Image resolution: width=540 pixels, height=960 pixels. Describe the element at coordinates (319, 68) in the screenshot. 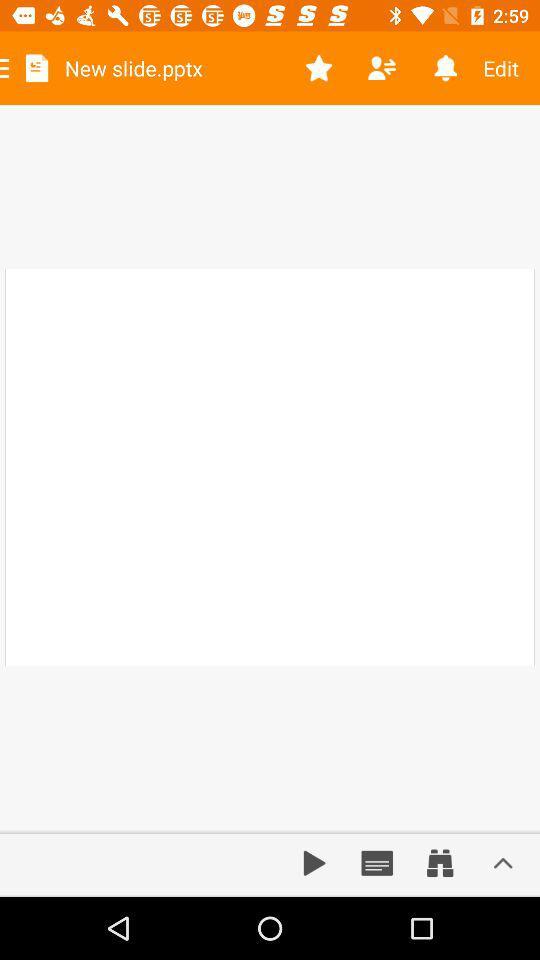

I see `the icon next to the new slide.pptx item` at that location.